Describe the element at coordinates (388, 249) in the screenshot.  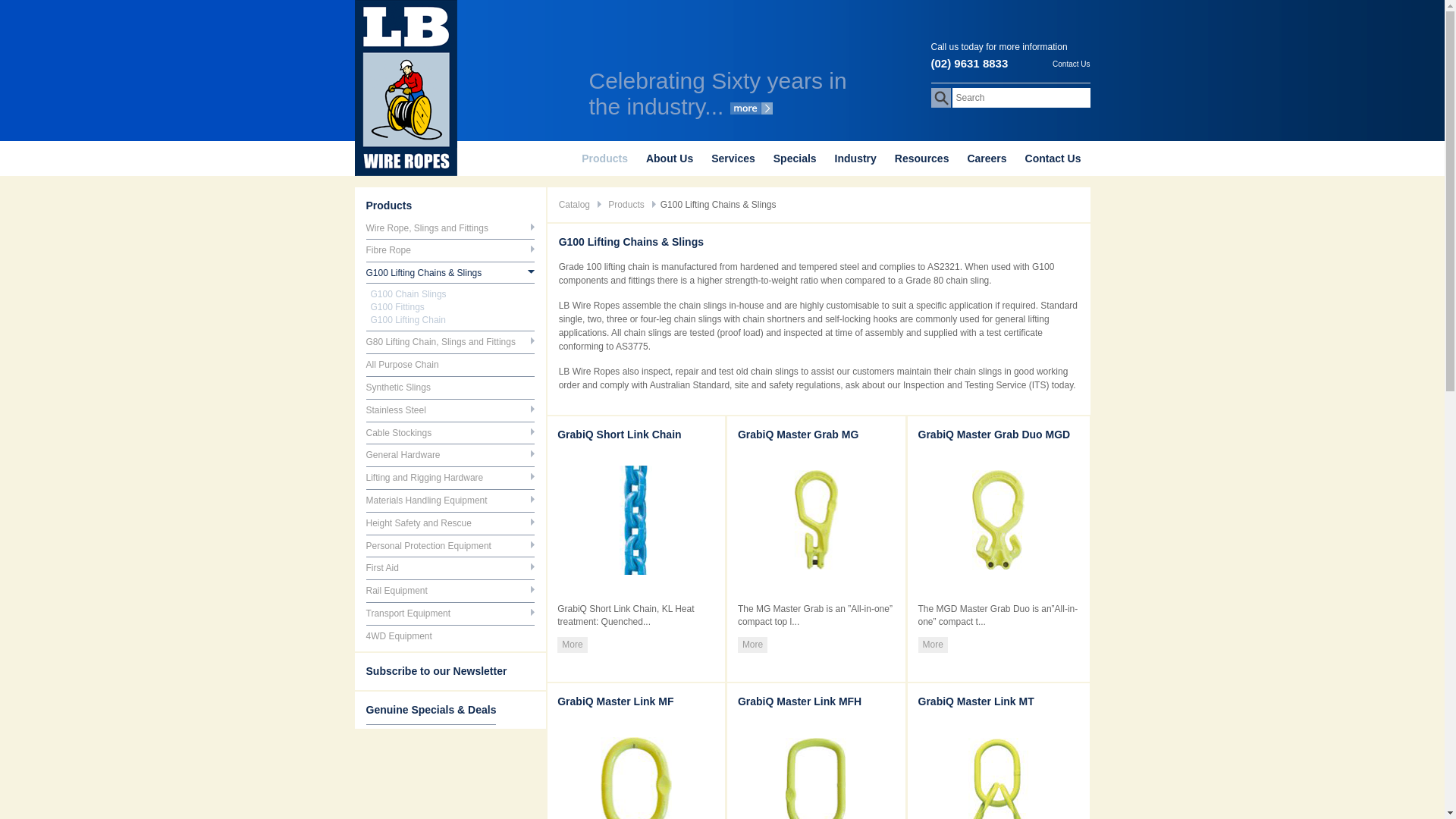
I see `'Fibre Rope'` at that location.